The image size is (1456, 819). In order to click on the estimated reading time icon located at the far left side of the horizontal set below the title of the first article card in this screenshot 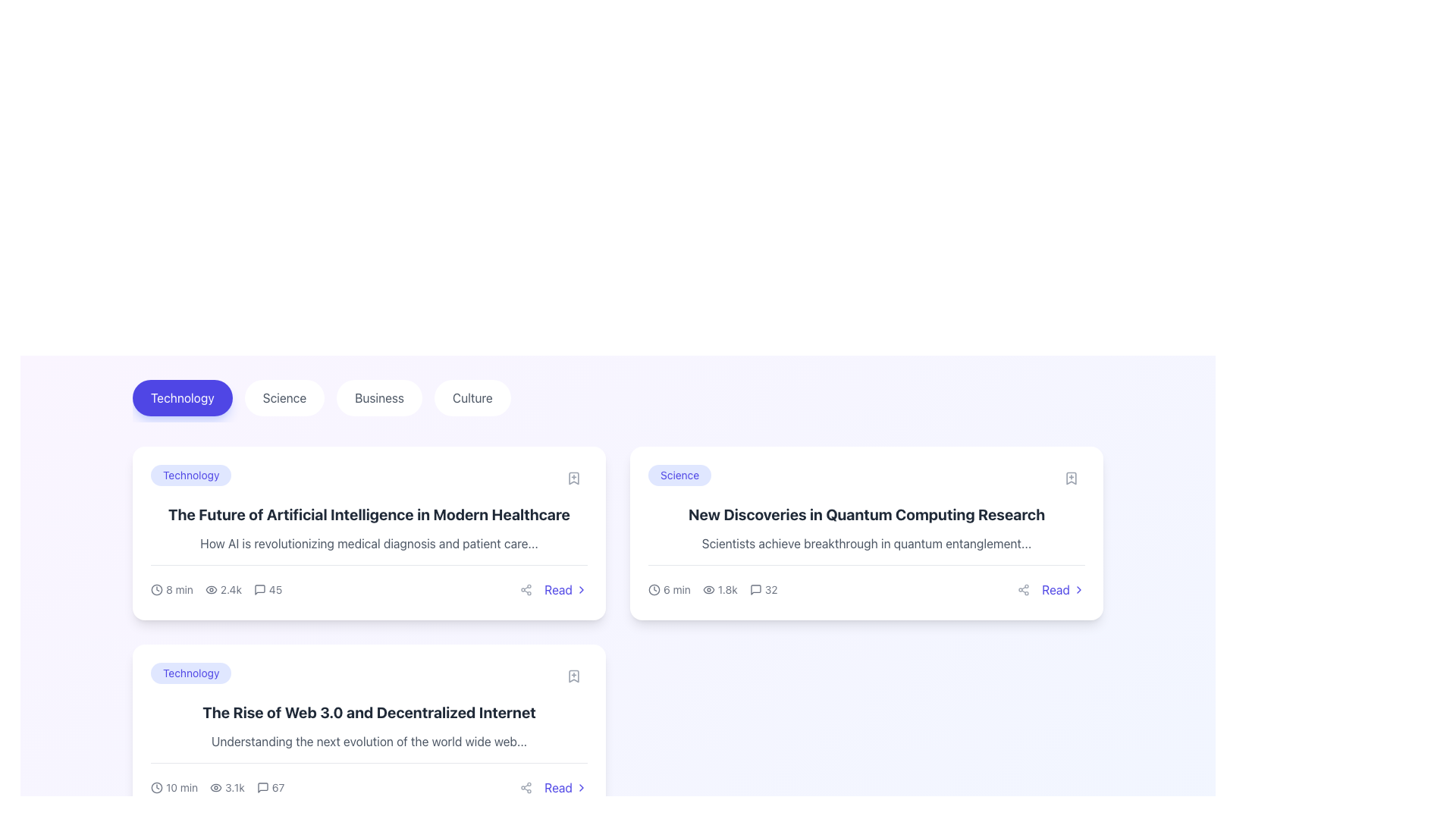, I will do `click(171, 589)`.